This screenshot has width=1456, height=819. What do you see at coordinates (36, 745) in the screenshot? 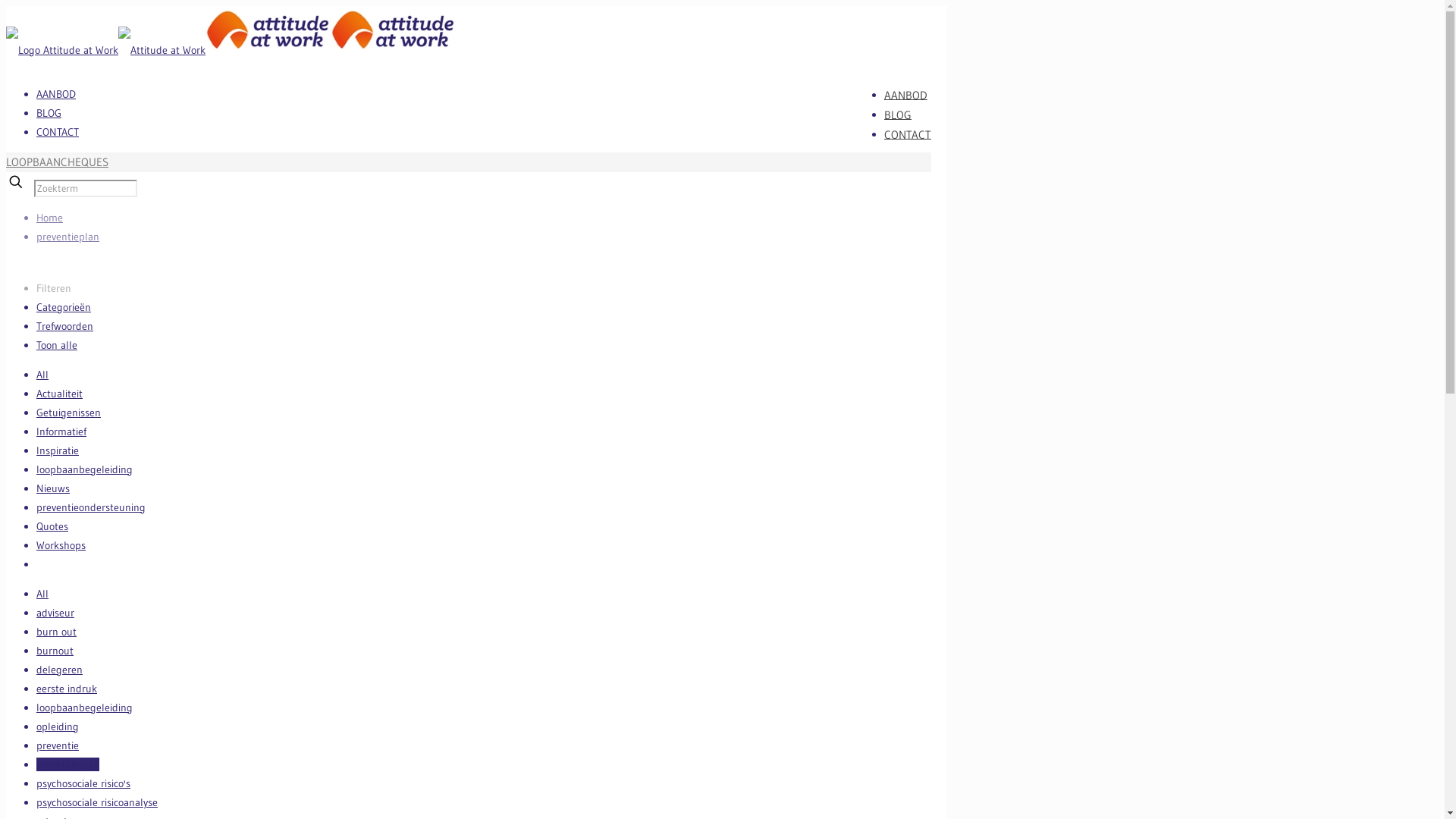
I see `'preventie'` at bounding box center [36, 745].